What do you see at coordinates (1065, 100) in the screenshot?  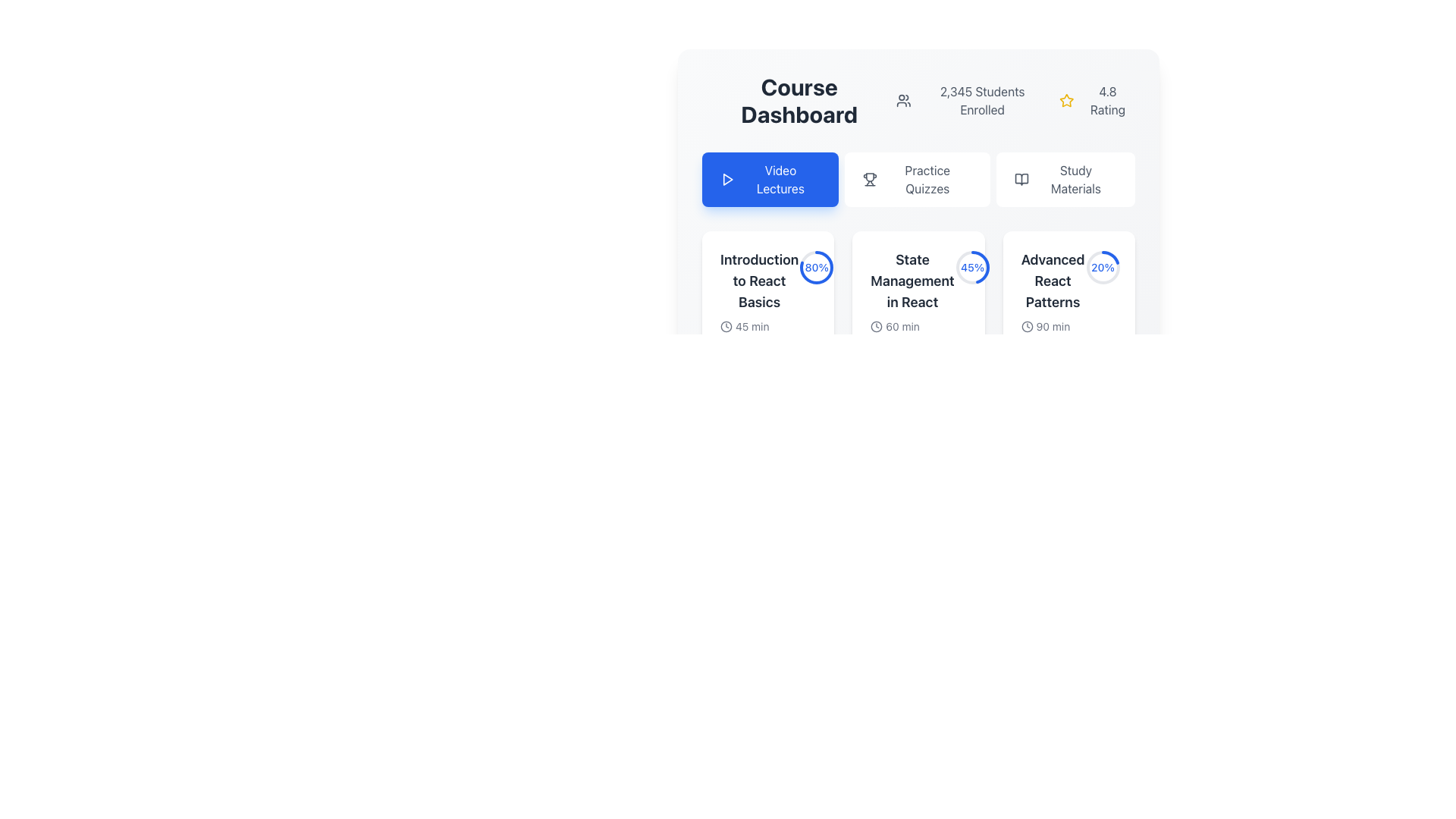 I see `the star icon with a yellow outline and hollow center, which indicates a rating component, located next to the text '4.8 Rating.'` at bounding box center [1065, 100].